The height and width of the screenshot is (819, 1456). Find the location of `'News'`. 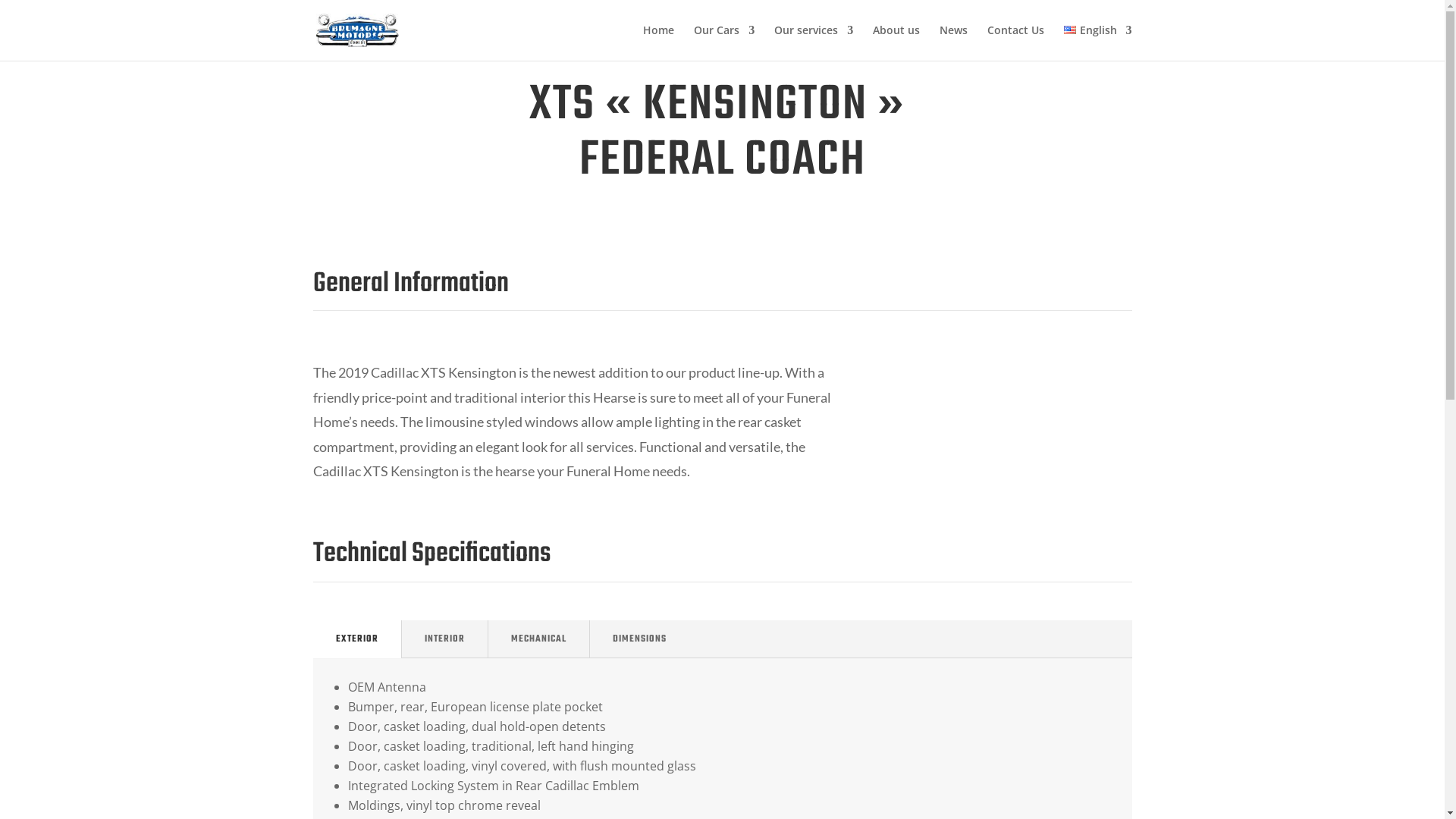

'News' is located at coordinates (952, 42).